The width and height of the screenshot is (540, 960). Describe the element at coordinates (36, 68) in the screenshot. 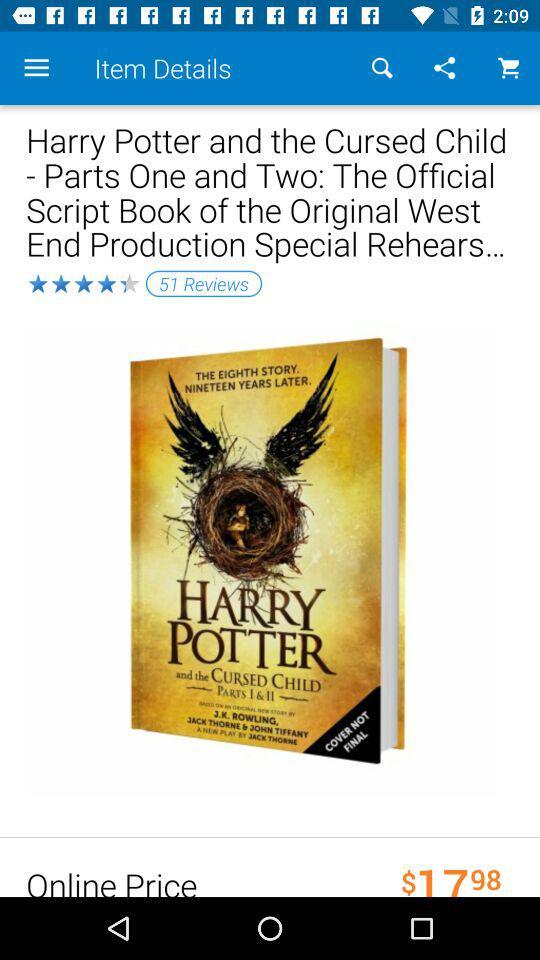

I see `the icon next to item details icon` at that location.